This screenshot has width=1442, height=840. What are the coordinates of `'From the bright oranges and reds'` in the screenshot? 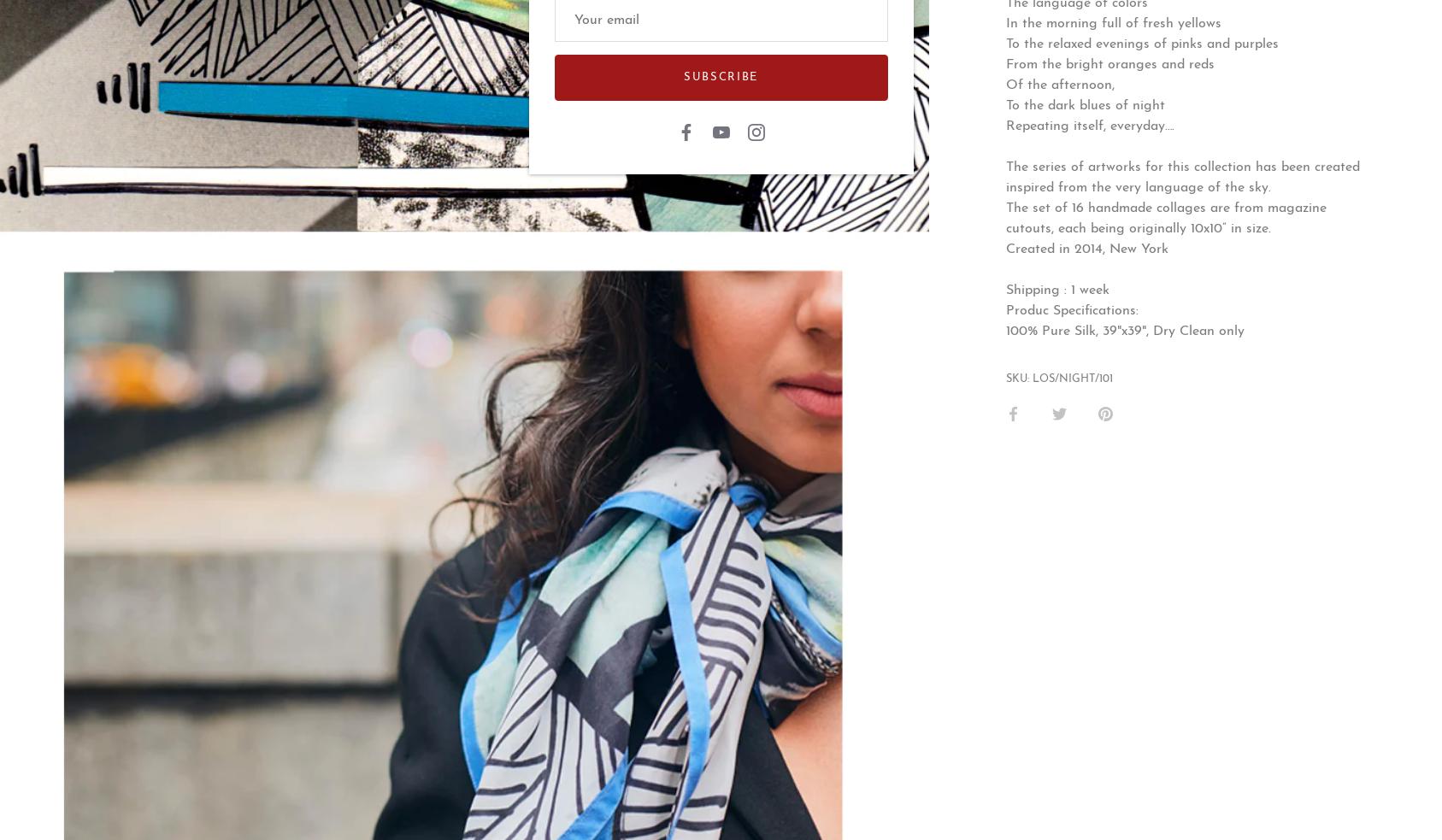 It's located at (1109, 63).